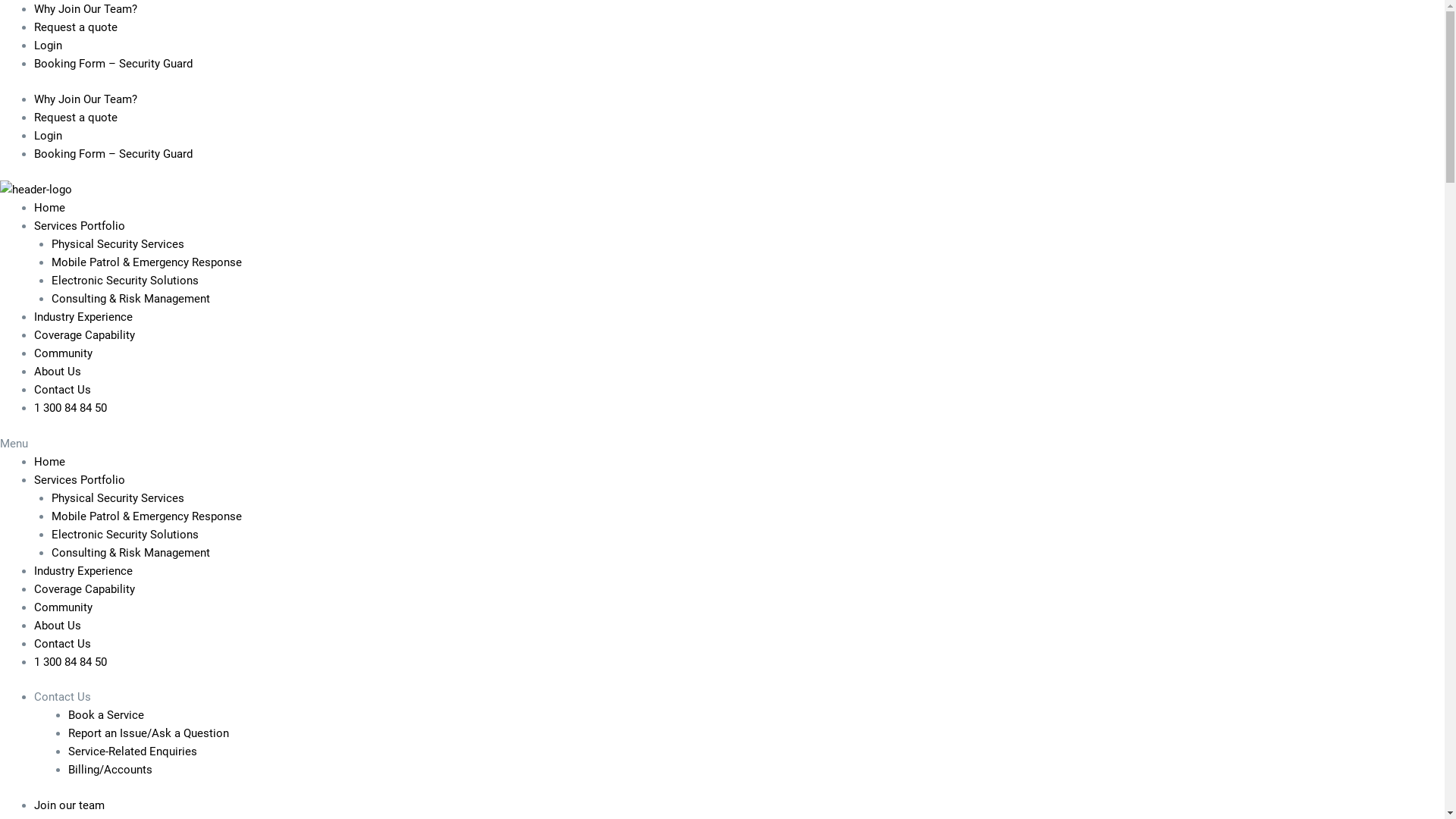 The width and height of the screenshot is (1456, 819). I want to click on 'Request a quote', so click(75, 116).